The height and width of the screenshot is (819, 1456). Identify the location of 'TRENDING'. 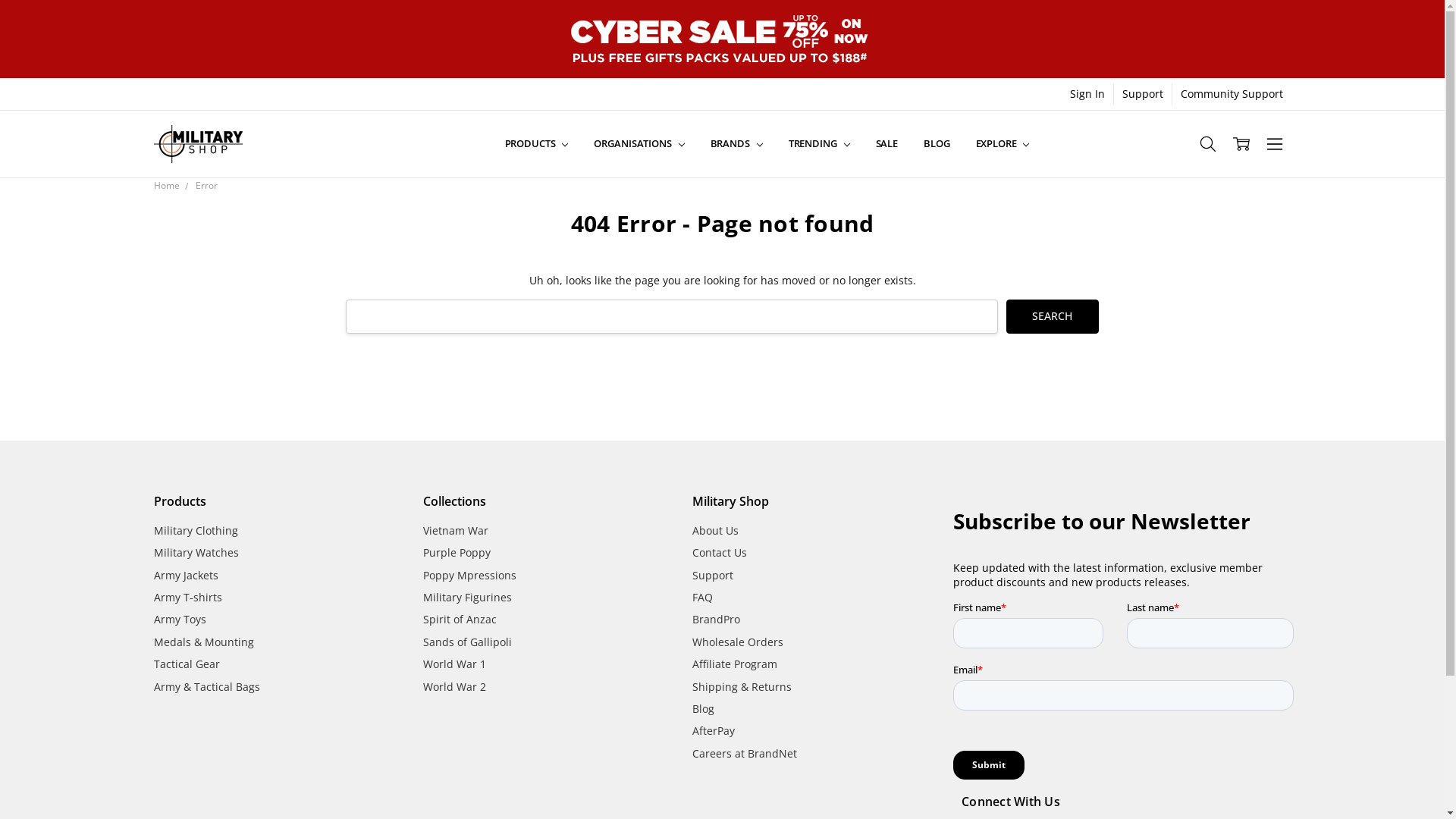
(818, 143).